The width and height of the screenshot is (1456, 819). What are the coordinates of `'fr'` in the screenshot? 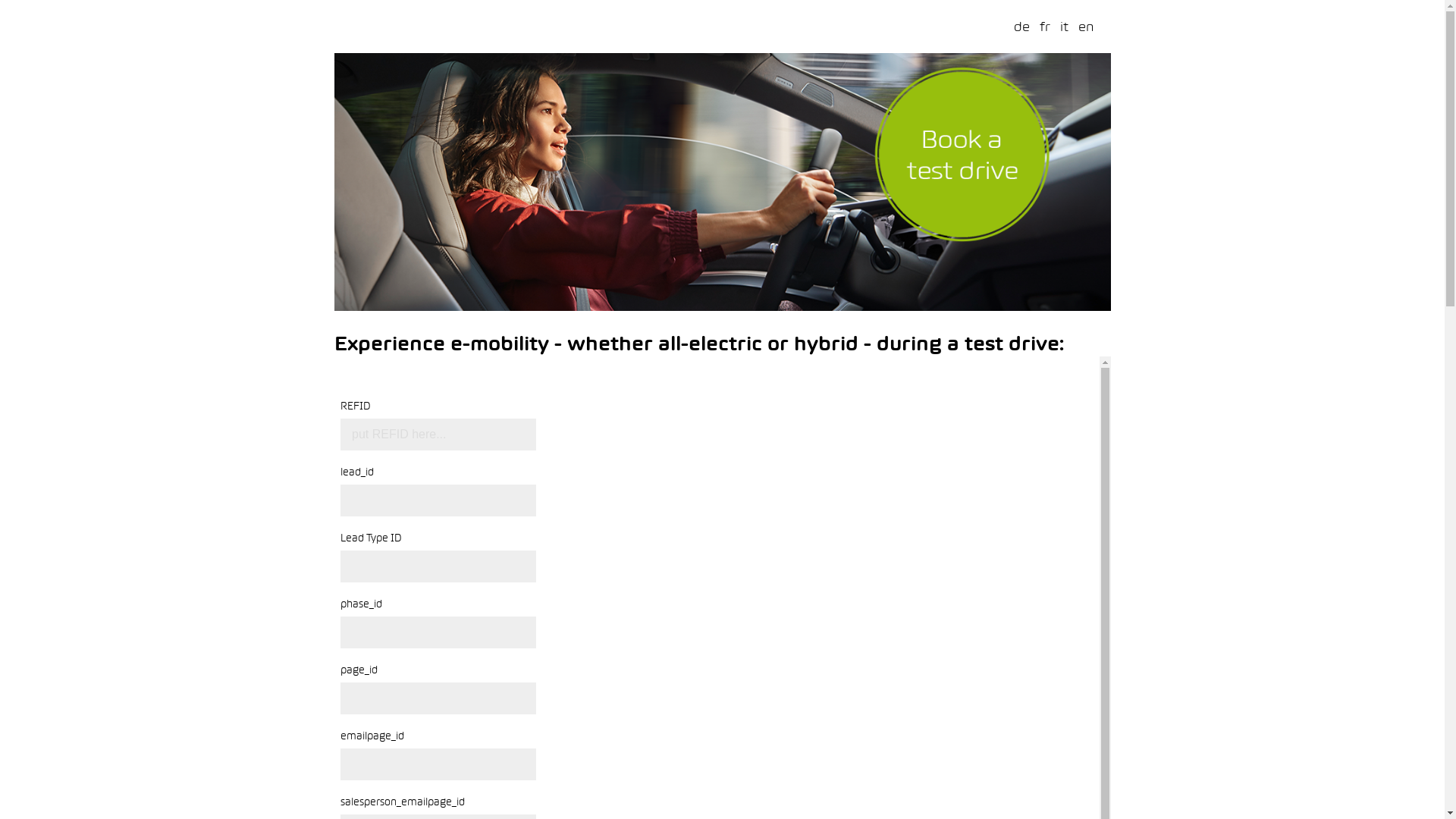 It's located at (1043, 26).